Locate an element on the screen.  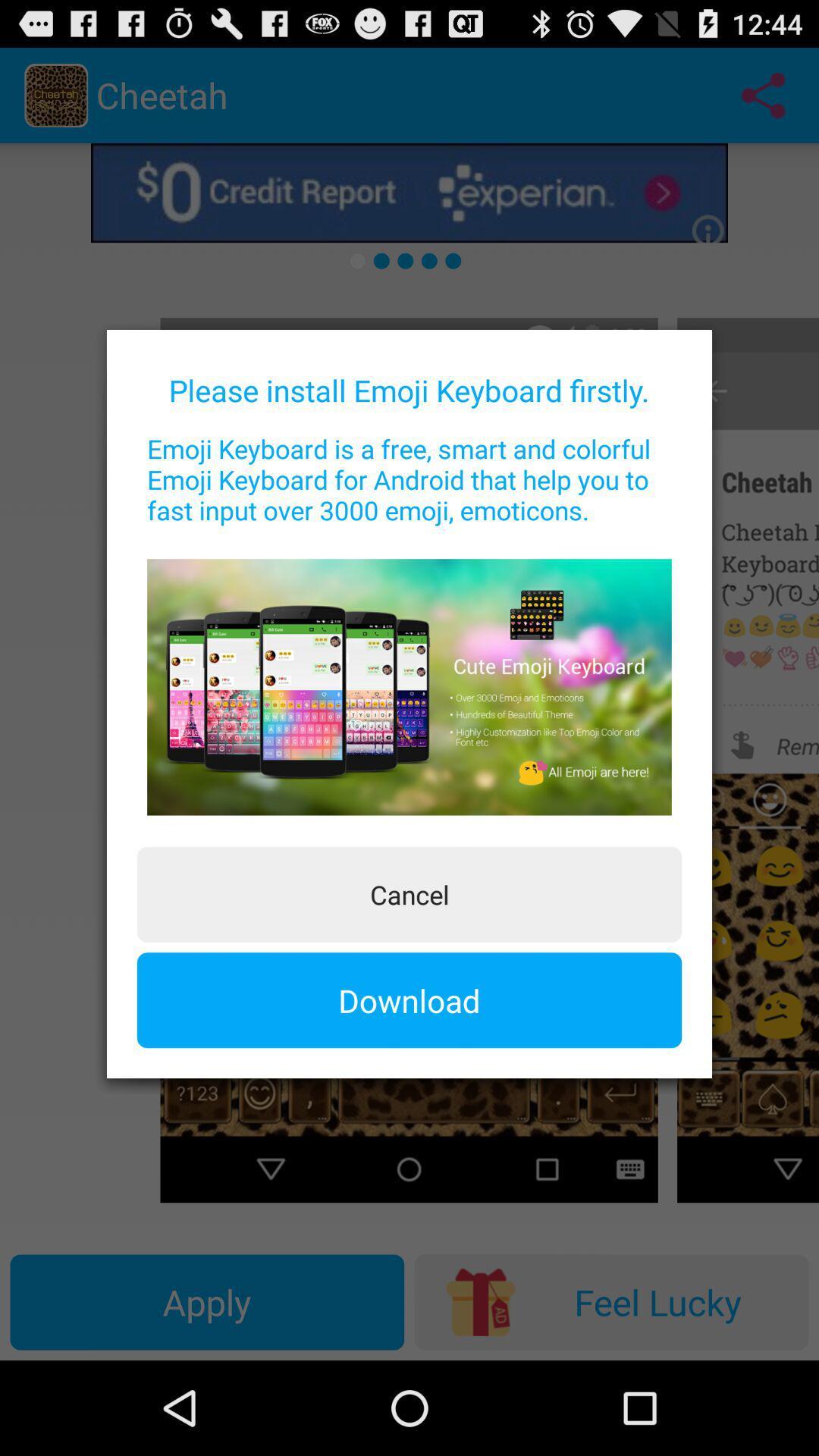
item below cancel is located at coordinates (409, 1000).